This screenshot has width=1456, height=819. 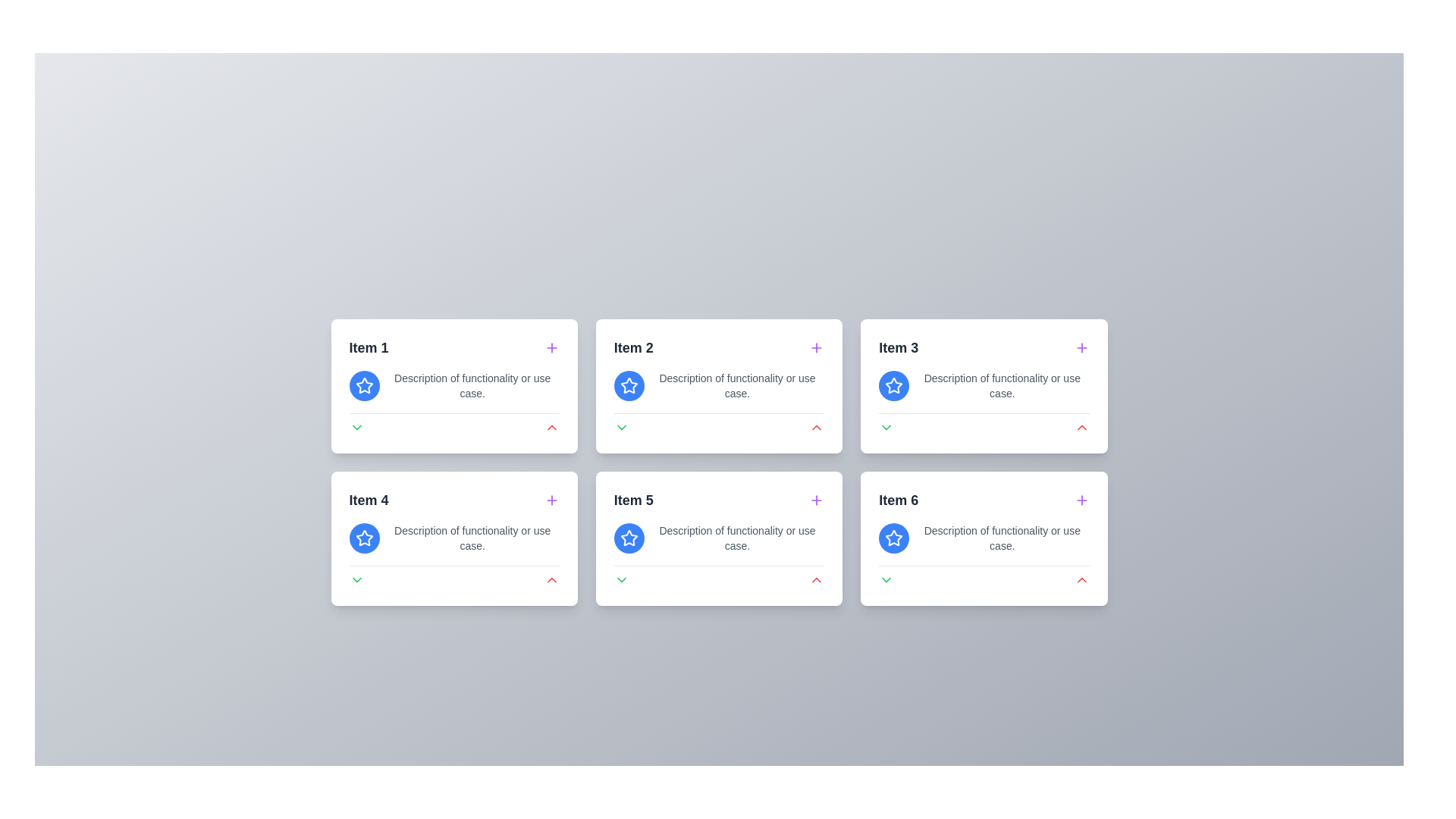 What do you see at coordinates (364, 385) in the screenshot?
I see `the icon located in the upper-left card labeled 'Item 1', positioned to the left of the text 'Description of functionality or use case'` at bounding box center [364, 385].